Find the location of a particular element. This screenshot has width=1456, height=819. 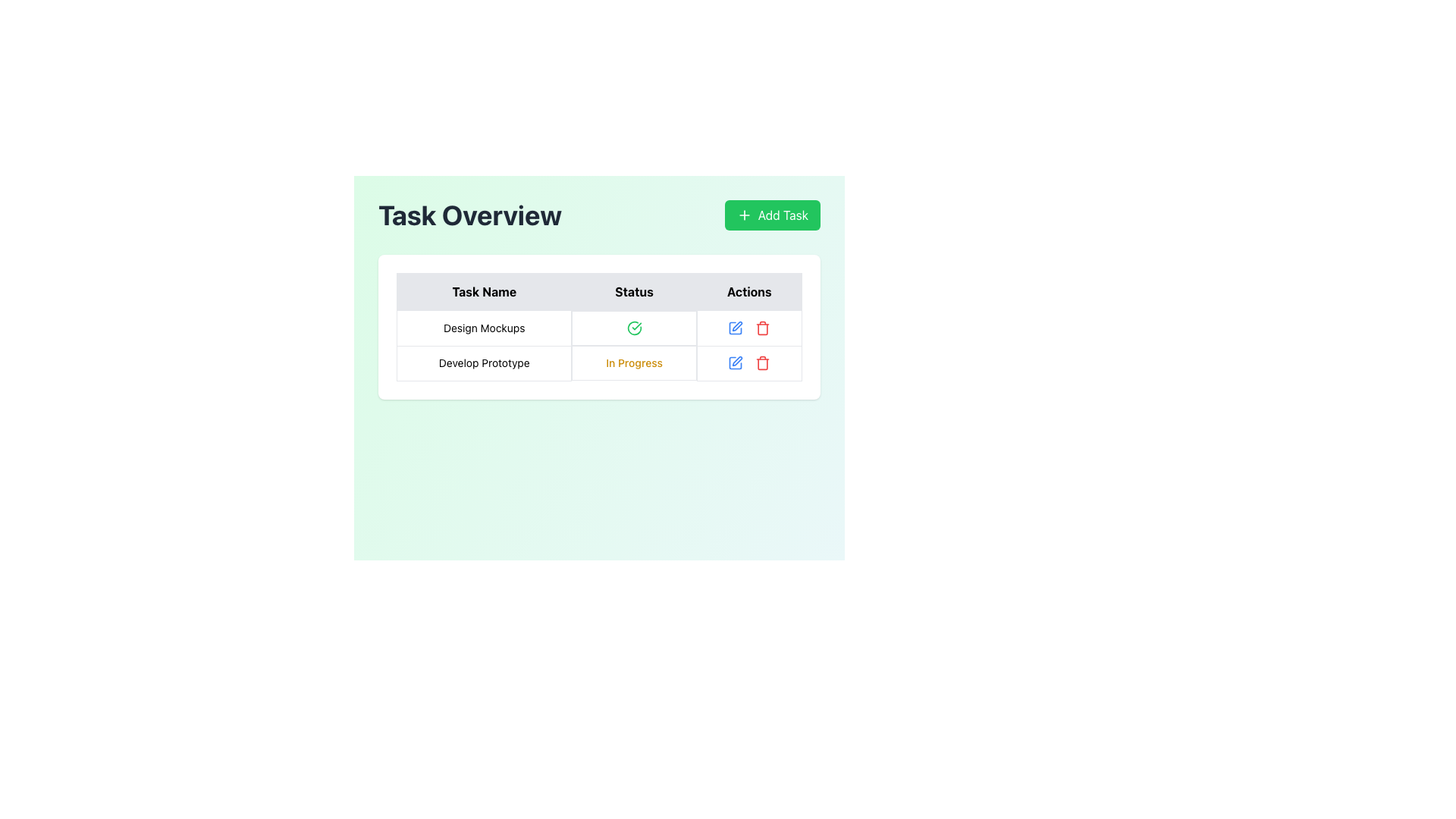

the Table Header Cell containing the bolded text 'Task Name', located at the top-left corner of a three-column table is located at coordinates (483, 292).